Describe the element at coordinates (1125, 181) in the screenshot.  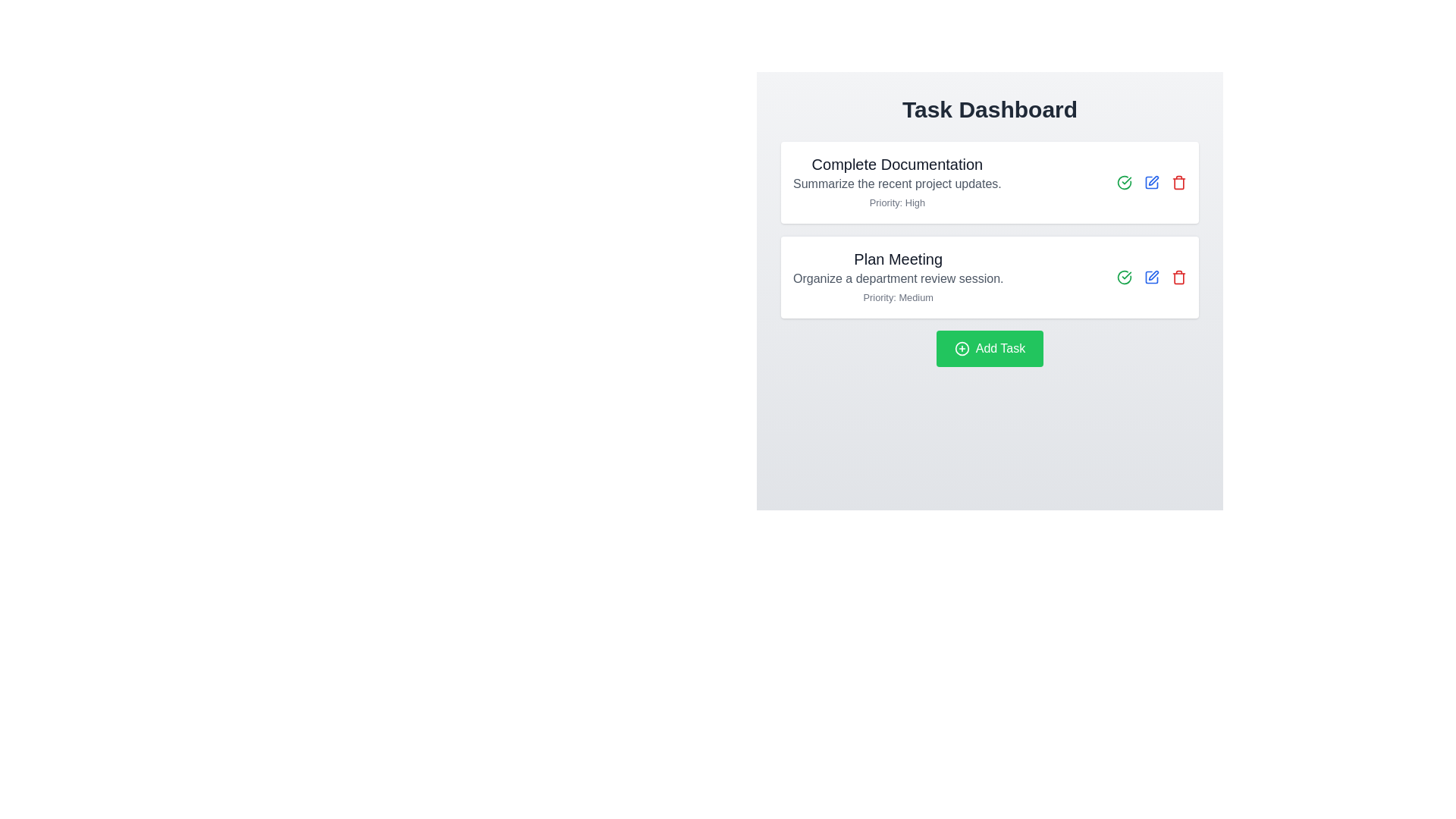
I see `the first icon representing an incomplete state for a task in the secondary action icons aligned to the right side of the 'Plan Meeting' task item` at that location.